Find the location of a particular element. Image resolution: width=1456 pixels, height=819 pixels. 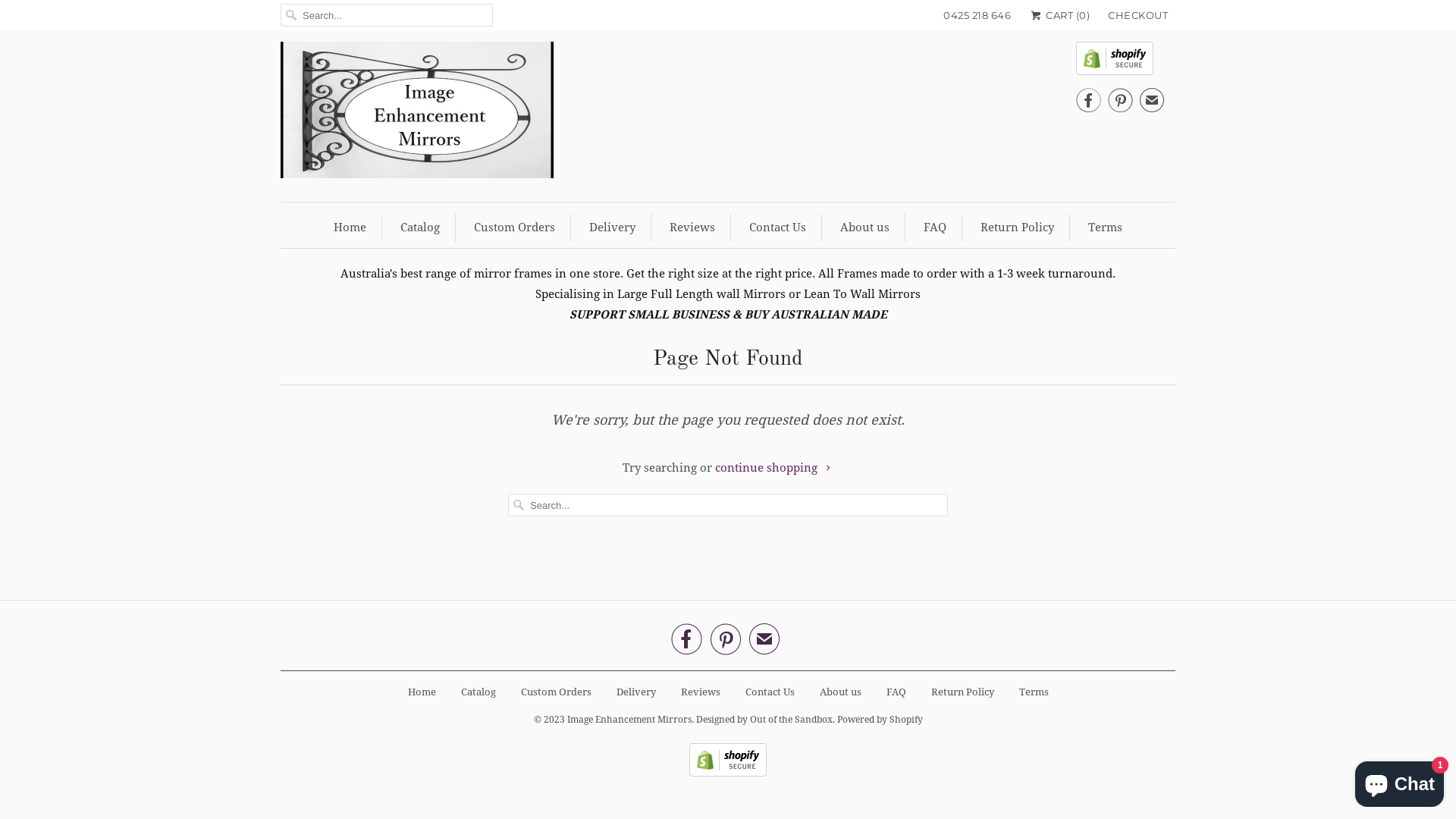

'Terms' is located at coordinates (1105, 227).